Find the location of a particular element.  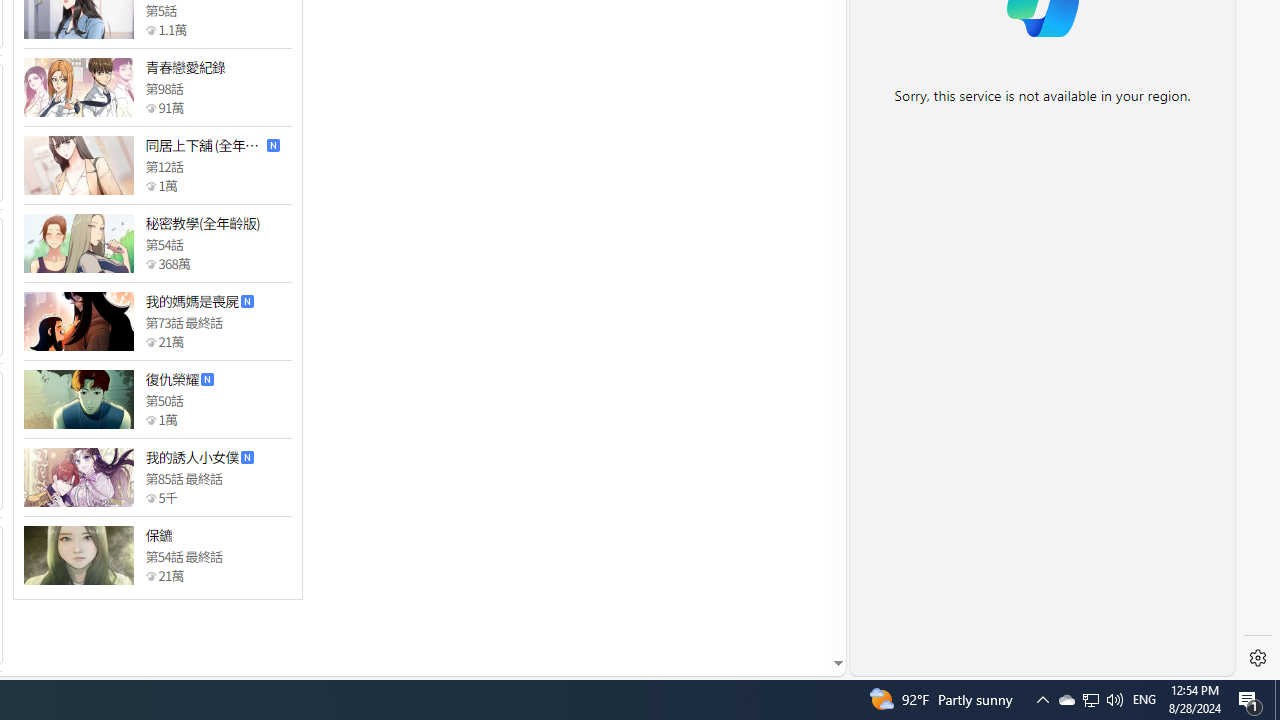

'Settings' is located at coordinates (1257, 658).